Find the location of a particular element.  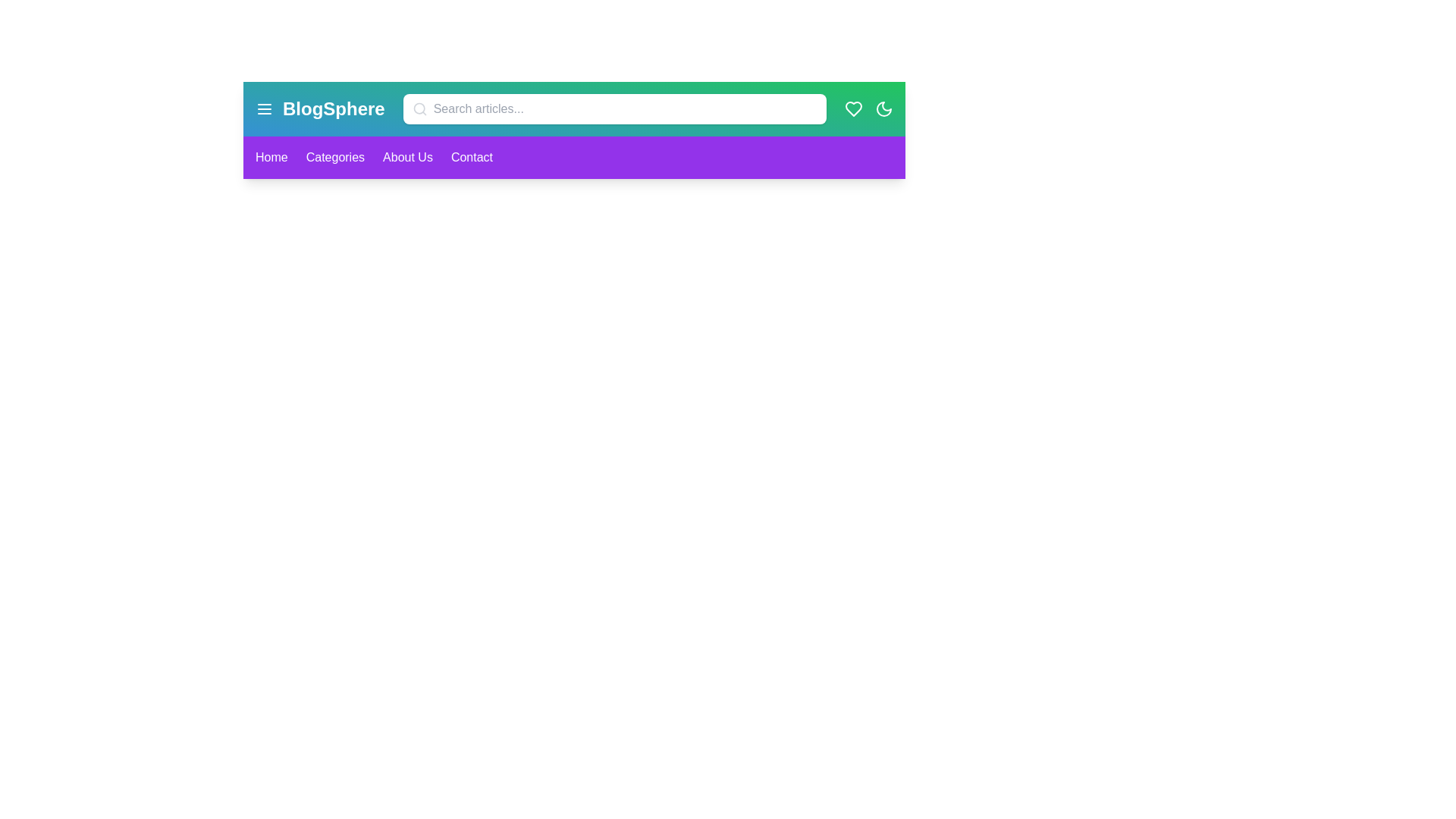

the 'About Us' link in the navigation bar is located at coordinates (407, 158).